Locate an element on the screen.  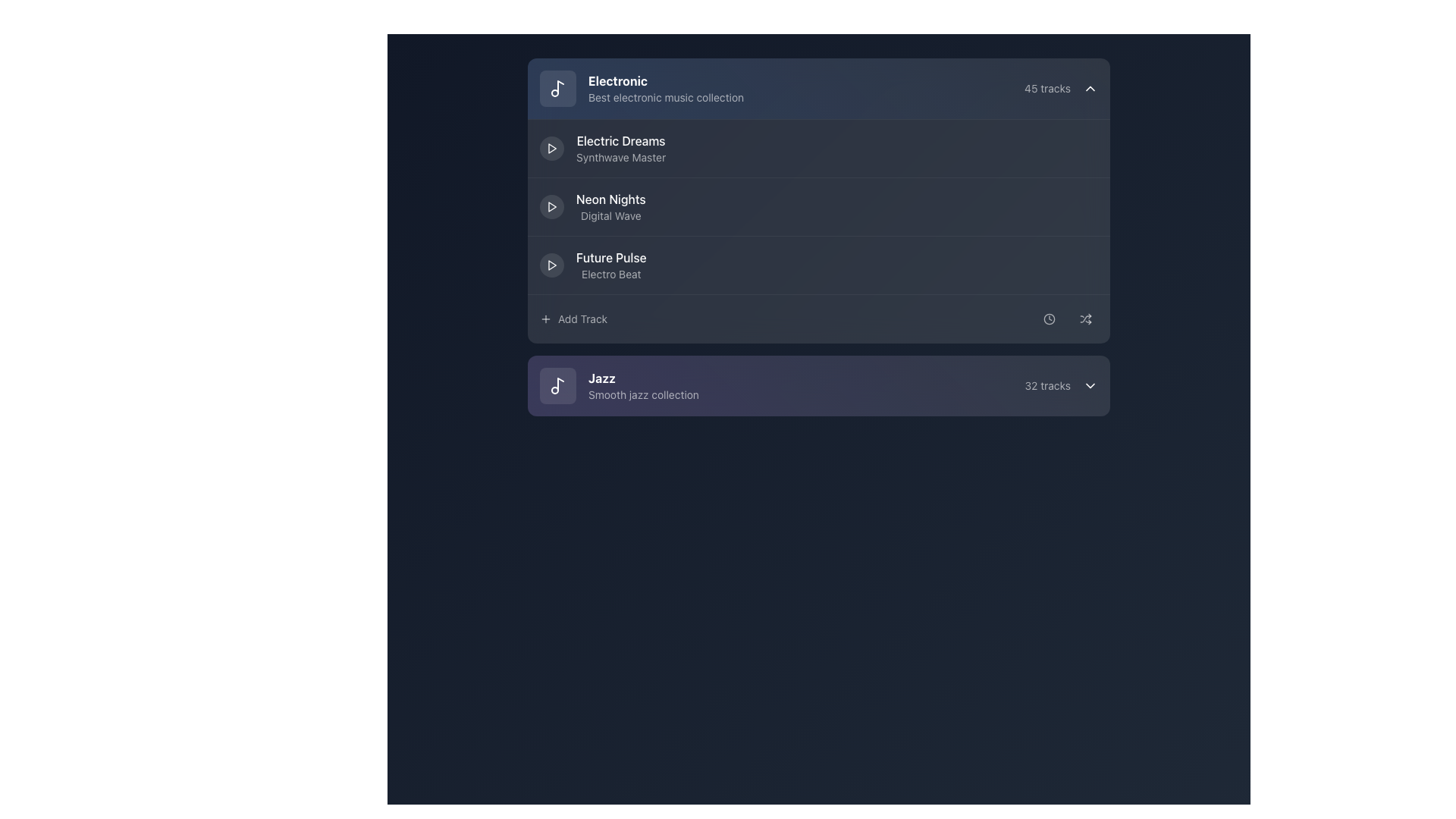
the right-pointing triangular icon representing the control for the 'Neon Nights' track is located at coordinates (551, 207).